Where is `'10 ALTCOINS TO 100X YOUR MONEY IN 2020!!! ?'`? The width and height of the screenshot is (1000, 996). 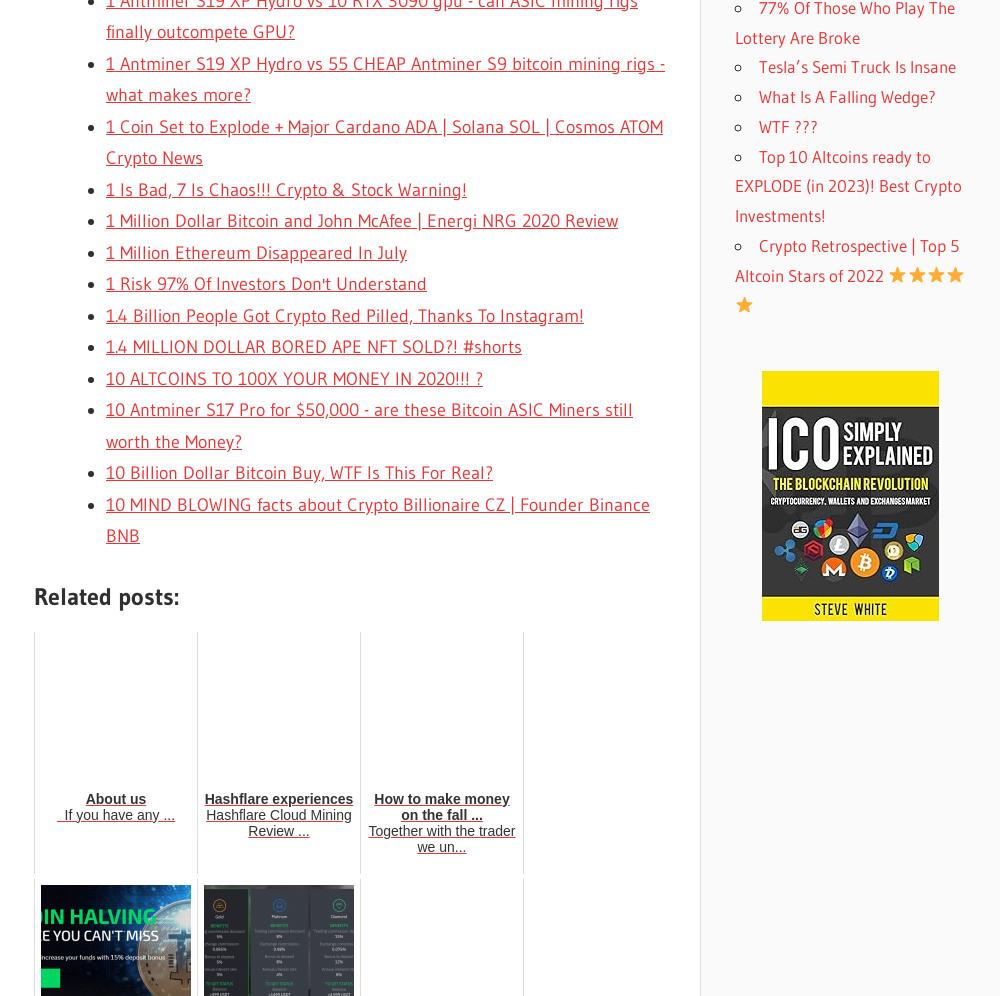
'10 ALTCOINS TO 100X YOUR MONEY IN 2020!!! ?' is located at coordinates (294, 376).